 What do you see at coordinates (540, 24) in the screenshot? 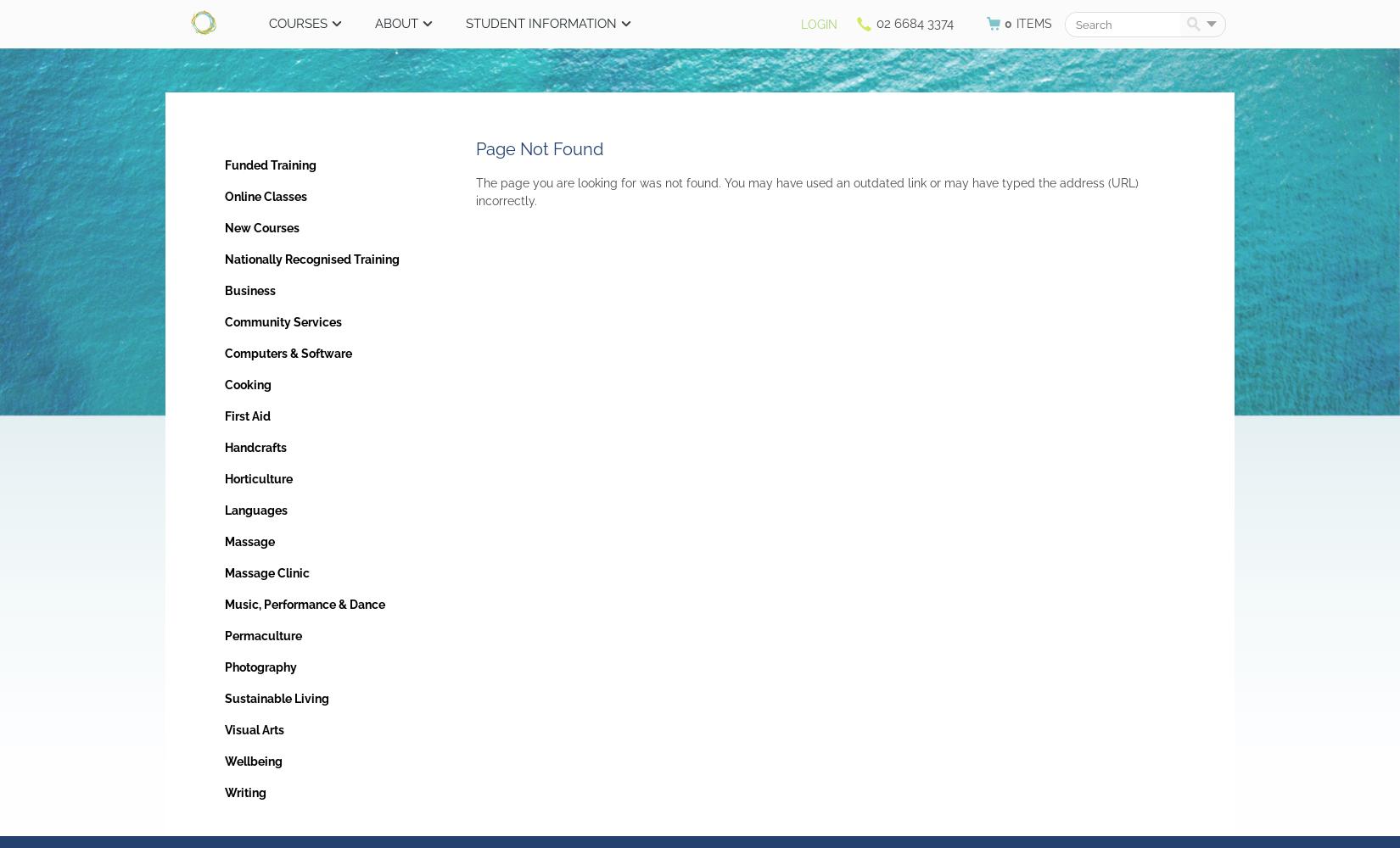
I see `'Student Information'` at bounding box center [540, 24].